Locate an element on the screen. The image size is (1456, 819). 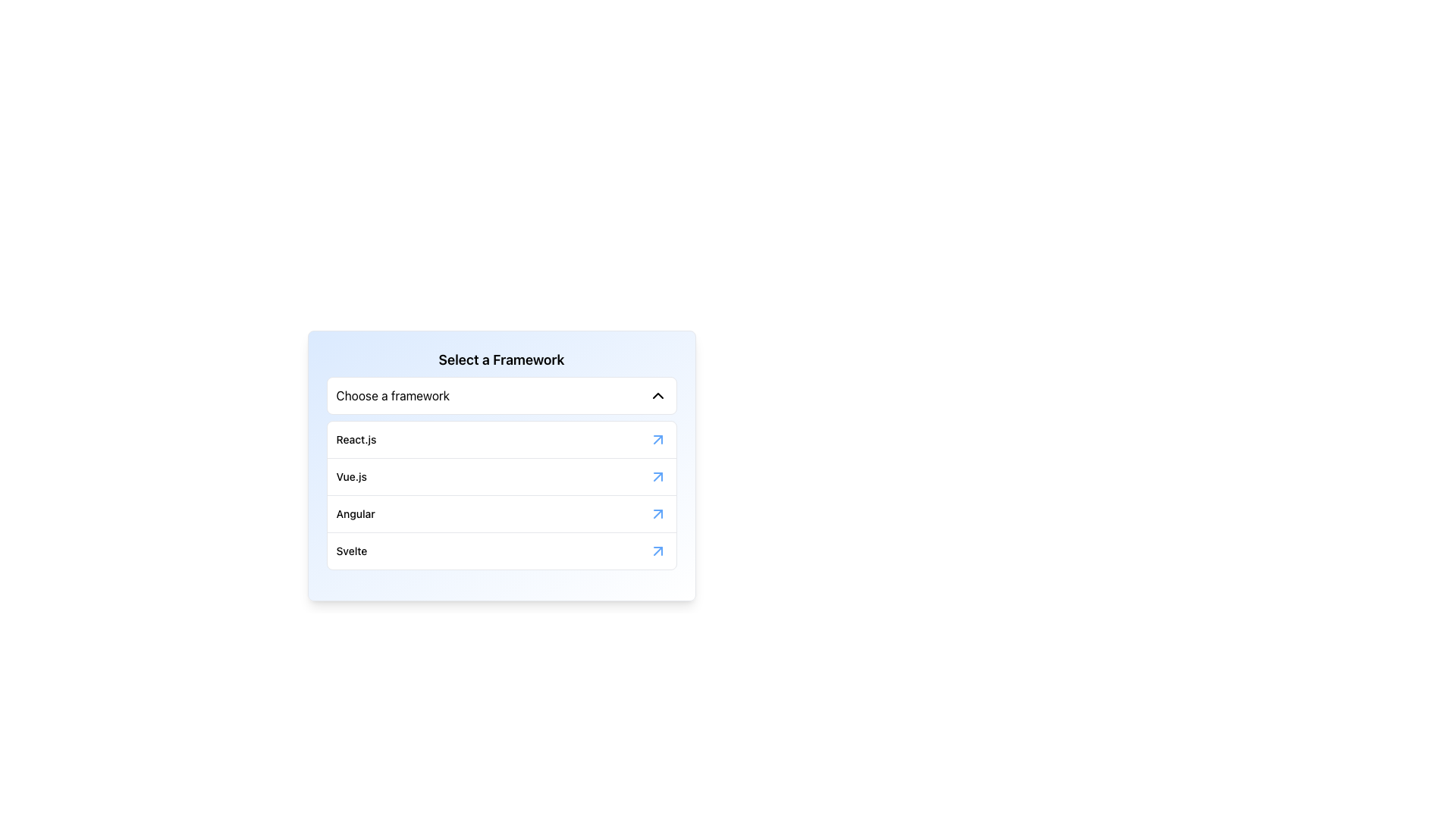
the selection list under the 'Choose a framework' dropdown is located at coordinates (501, 495).